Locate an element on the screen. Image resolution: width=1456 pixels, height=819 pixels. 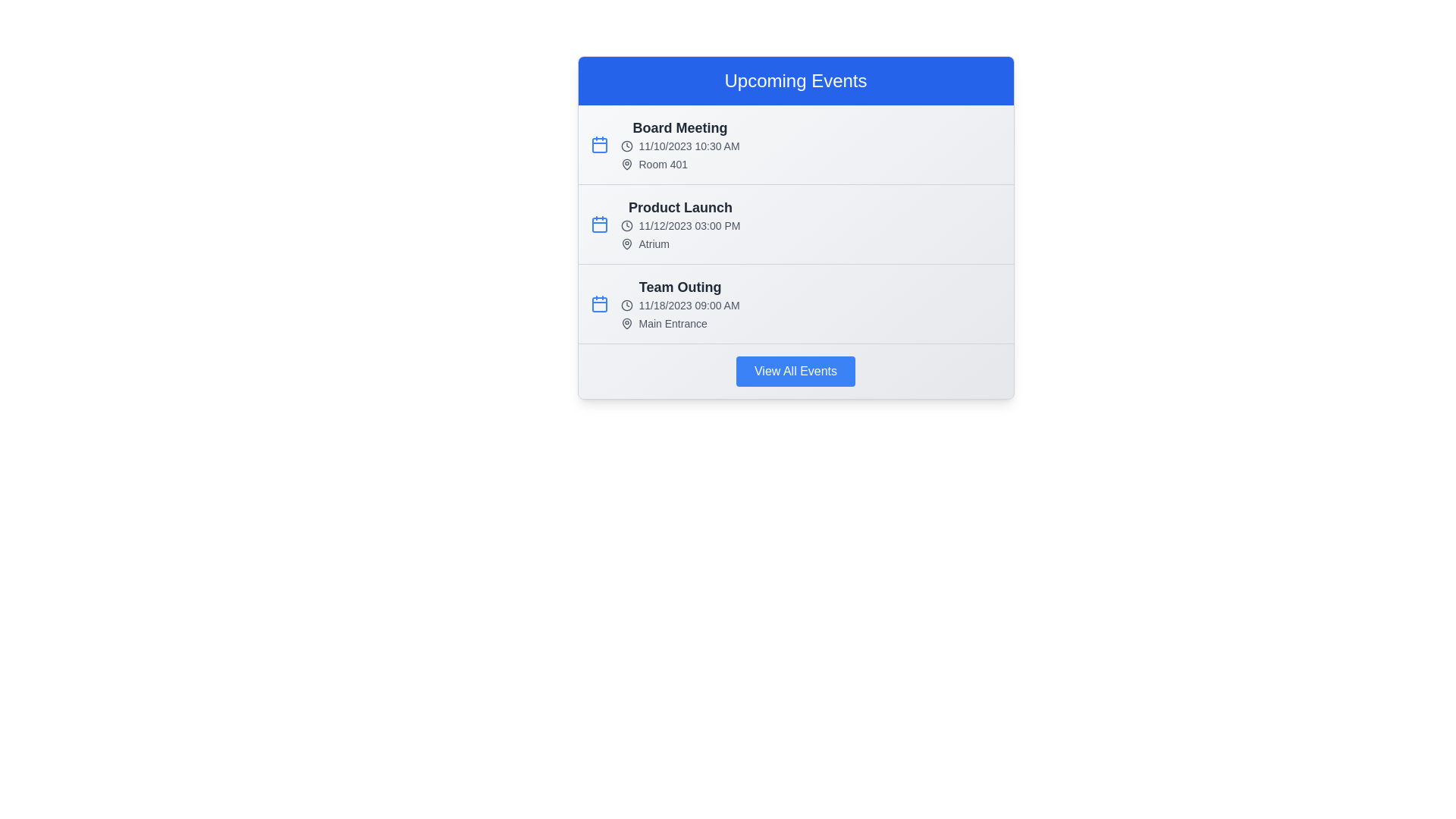
the small, circular location pin icon that is placed to the left of the text 'Main Entrance.' is located at coordinates (626, 323).